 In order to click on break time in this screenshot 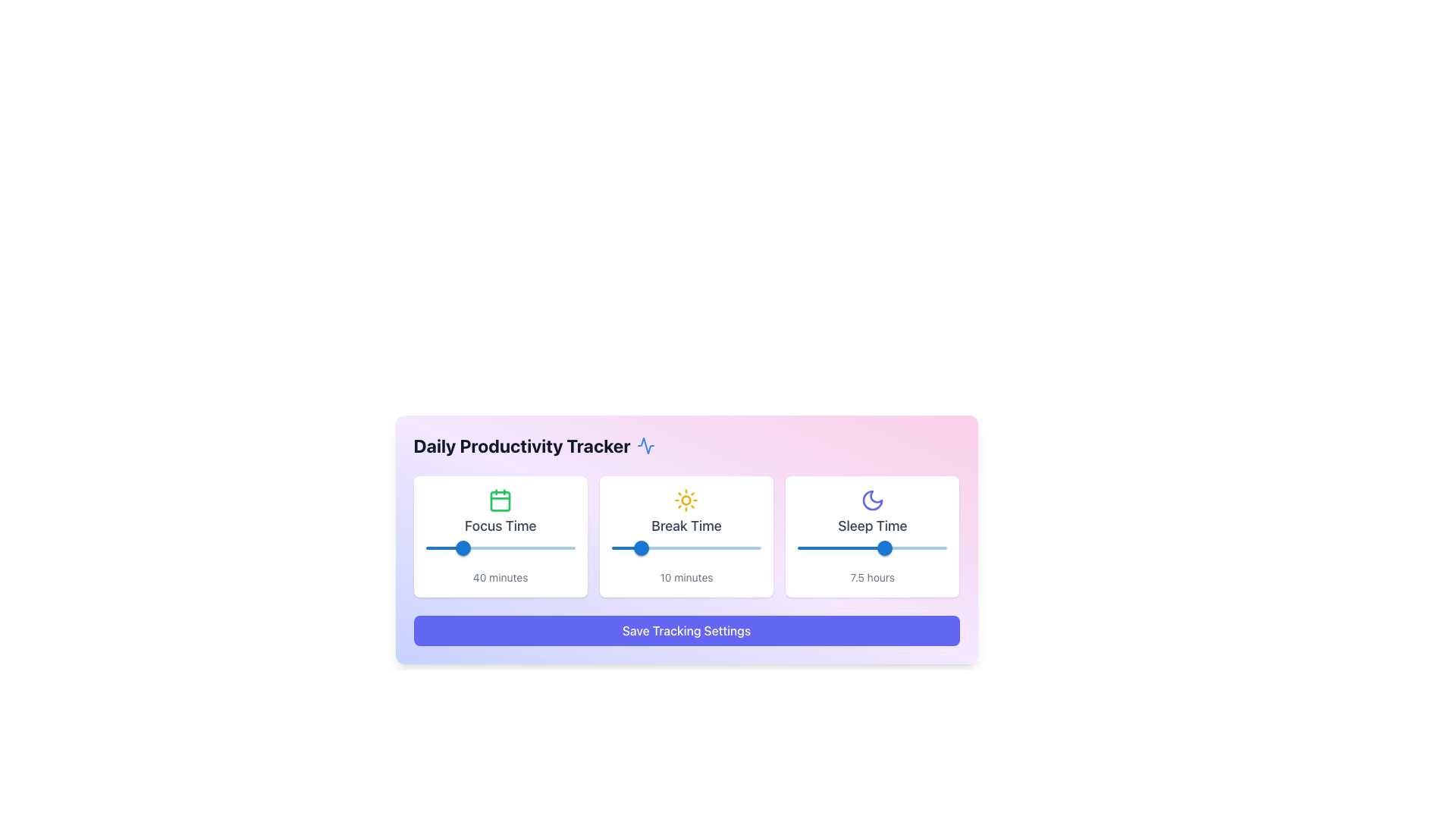, I will do `click(638, 548)`.